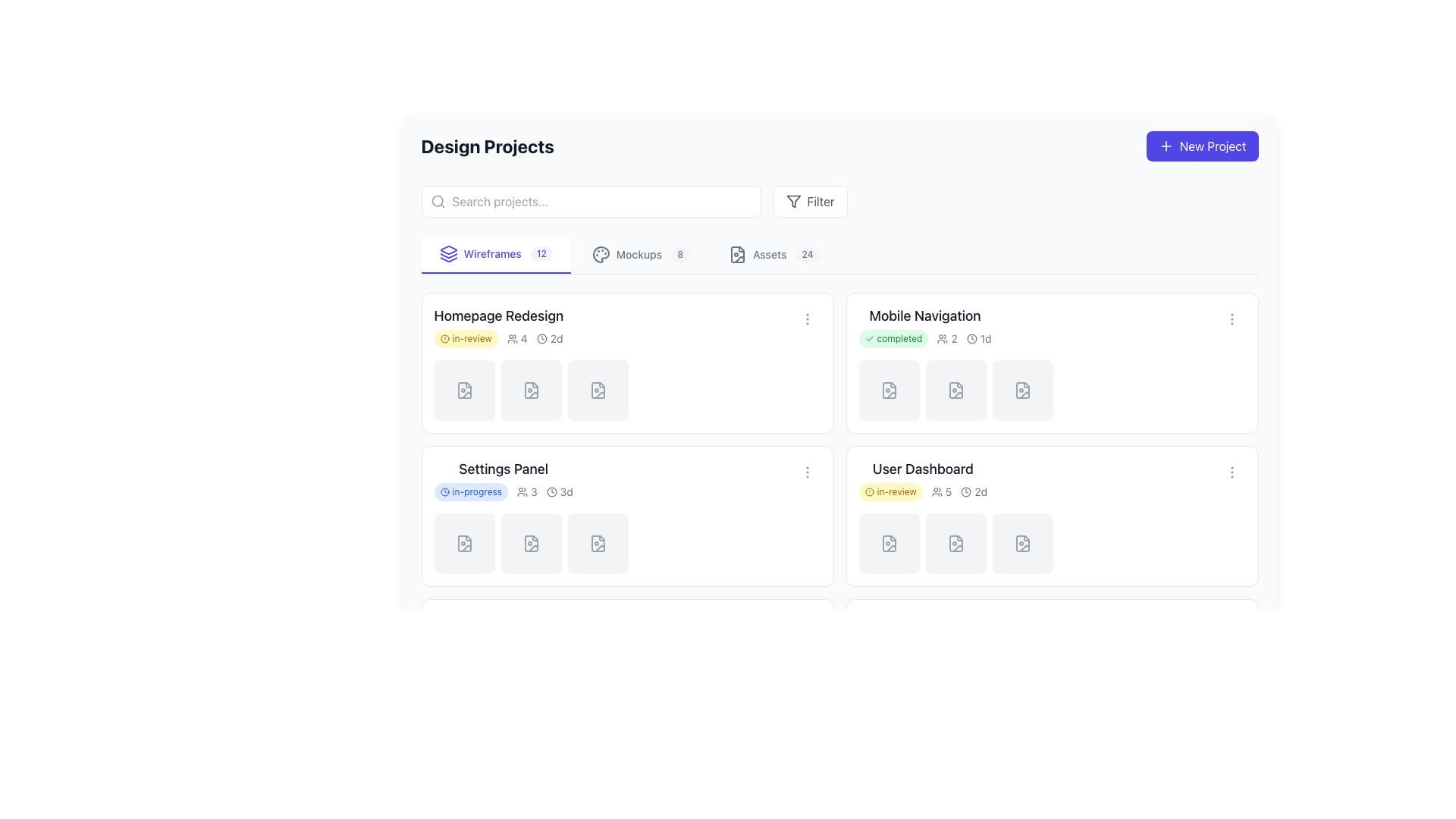  I want to click on the 'New Project' button located at the top-right corner of the interface, which has a blue background and white text, so click(1165, 146).